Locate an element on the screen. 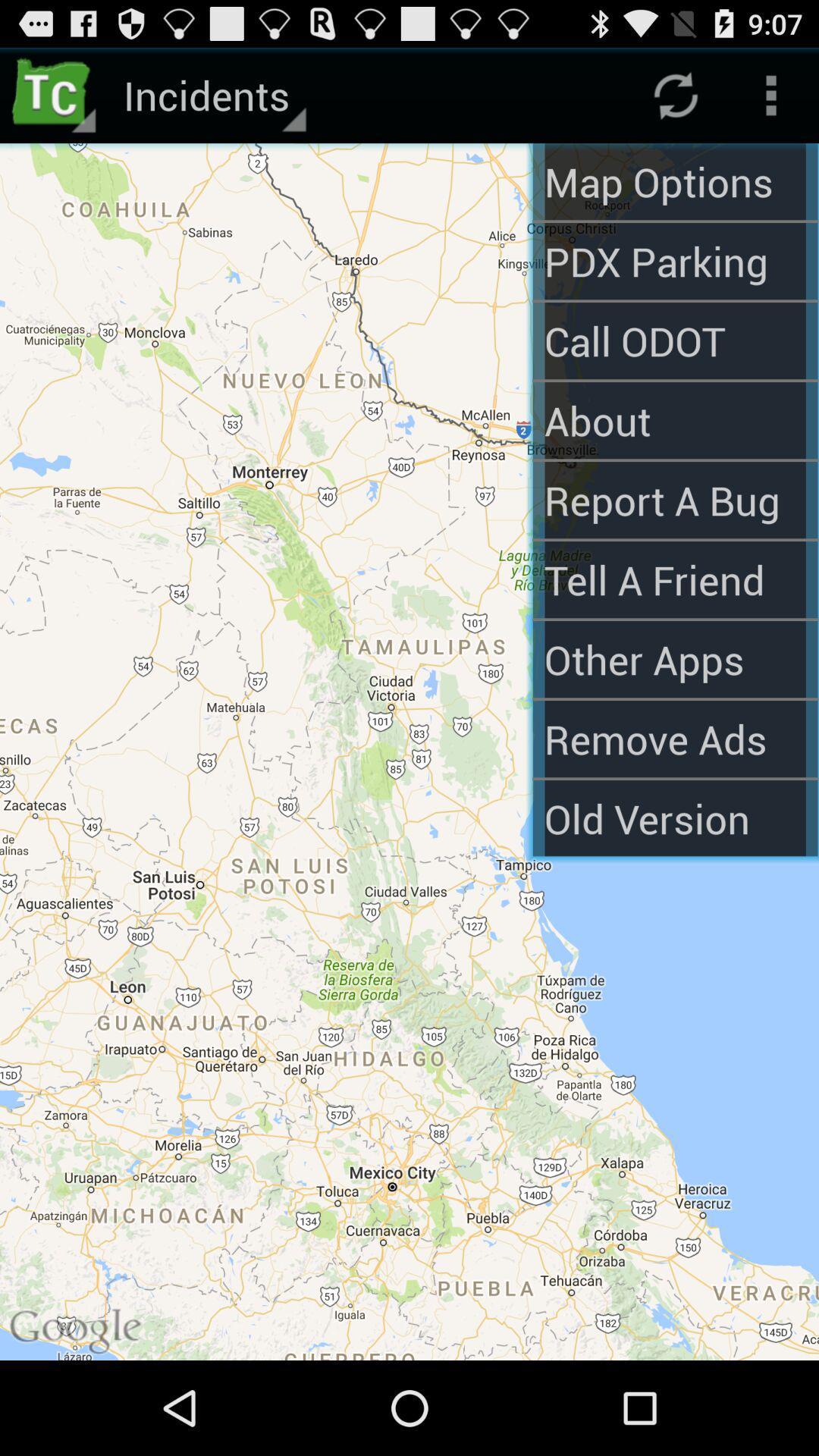 The height and width of the screenshot is (1456, 819). incidents app is located at coordinates (212, 94).